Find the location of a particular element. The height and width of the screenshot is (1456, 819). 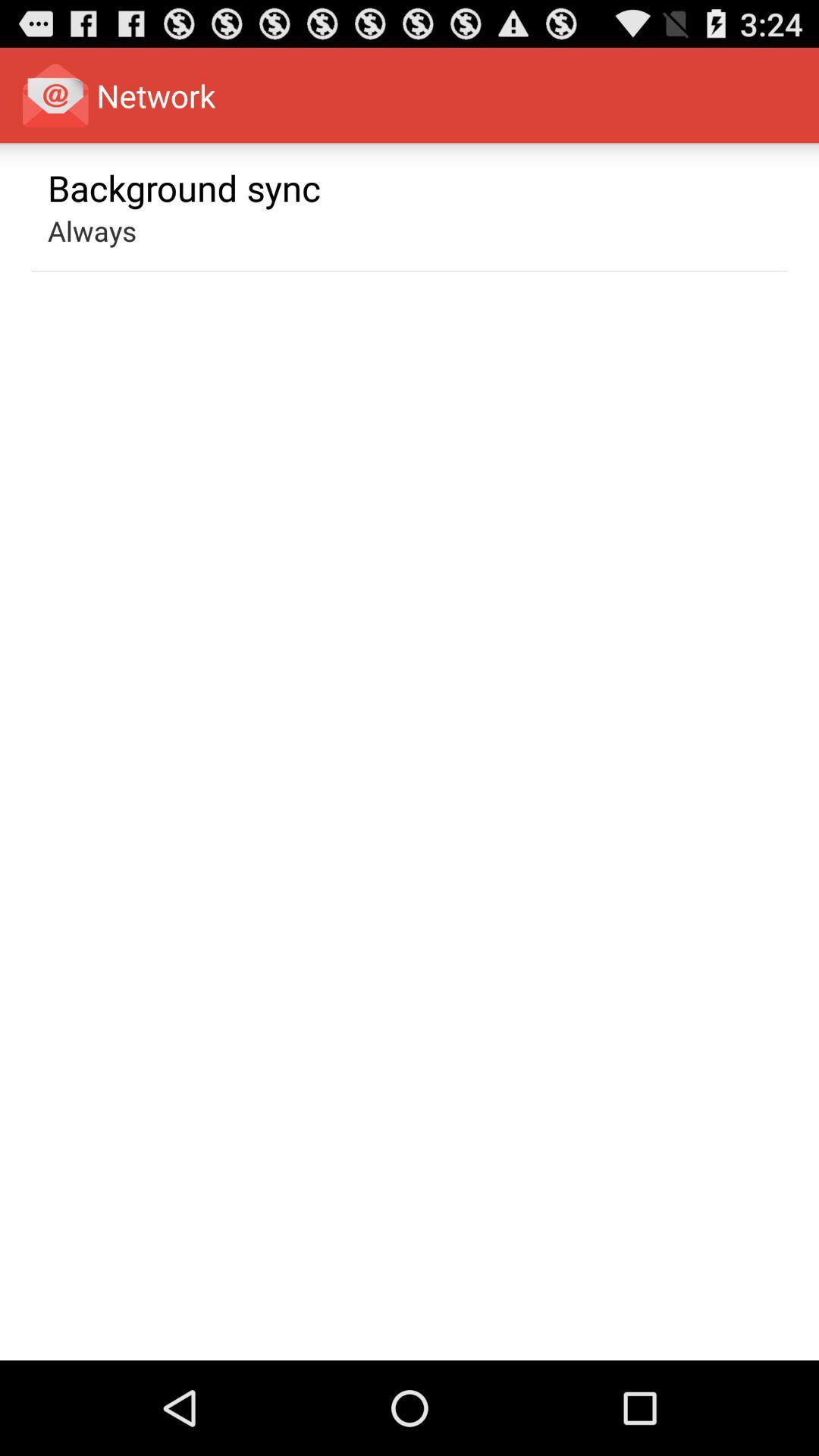

the background sync item is located at coordinates (184, 187).